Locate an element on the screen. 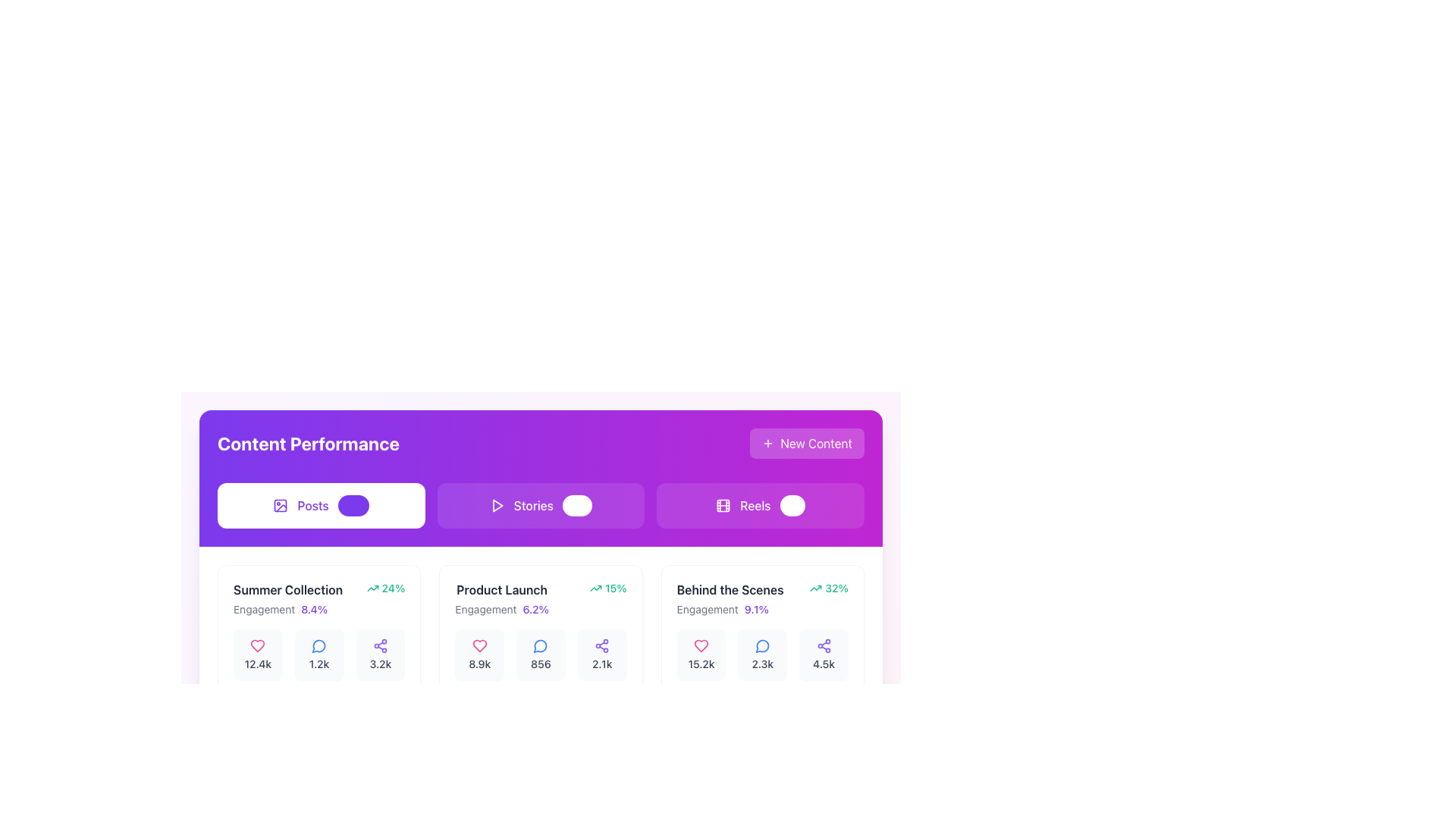 The image size is (1456, 819). the triangular icon representing the 'Stories' section, located centrally at the top of the interface to the left of the toggle switch in the 'Content Performance' section is located at coordinates (497, 506).